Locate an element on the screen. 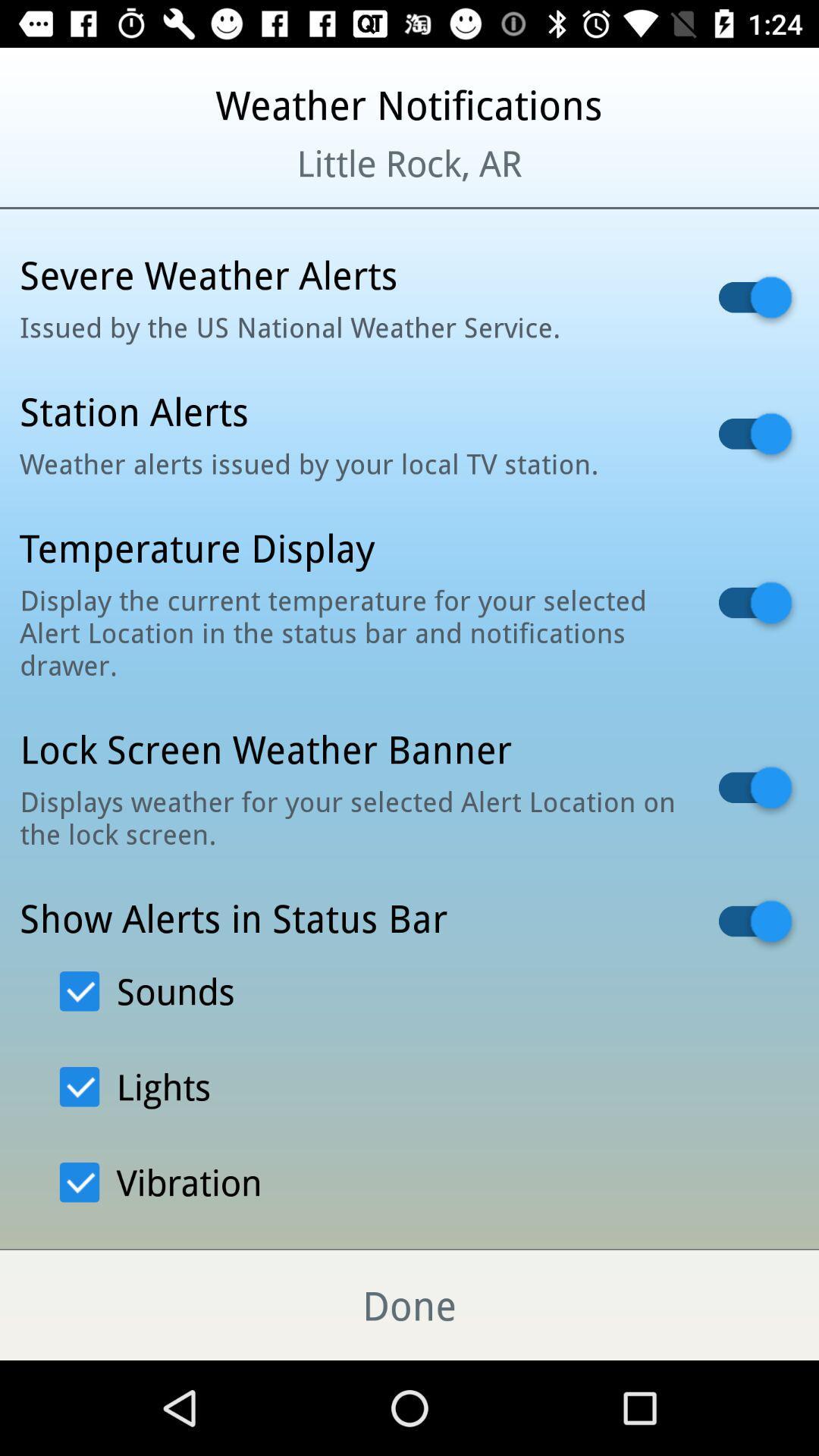 Image resolution: width=819 pixels, height=1456 pixels. icon above the lock screen weather is located at coordinates (350, 632).